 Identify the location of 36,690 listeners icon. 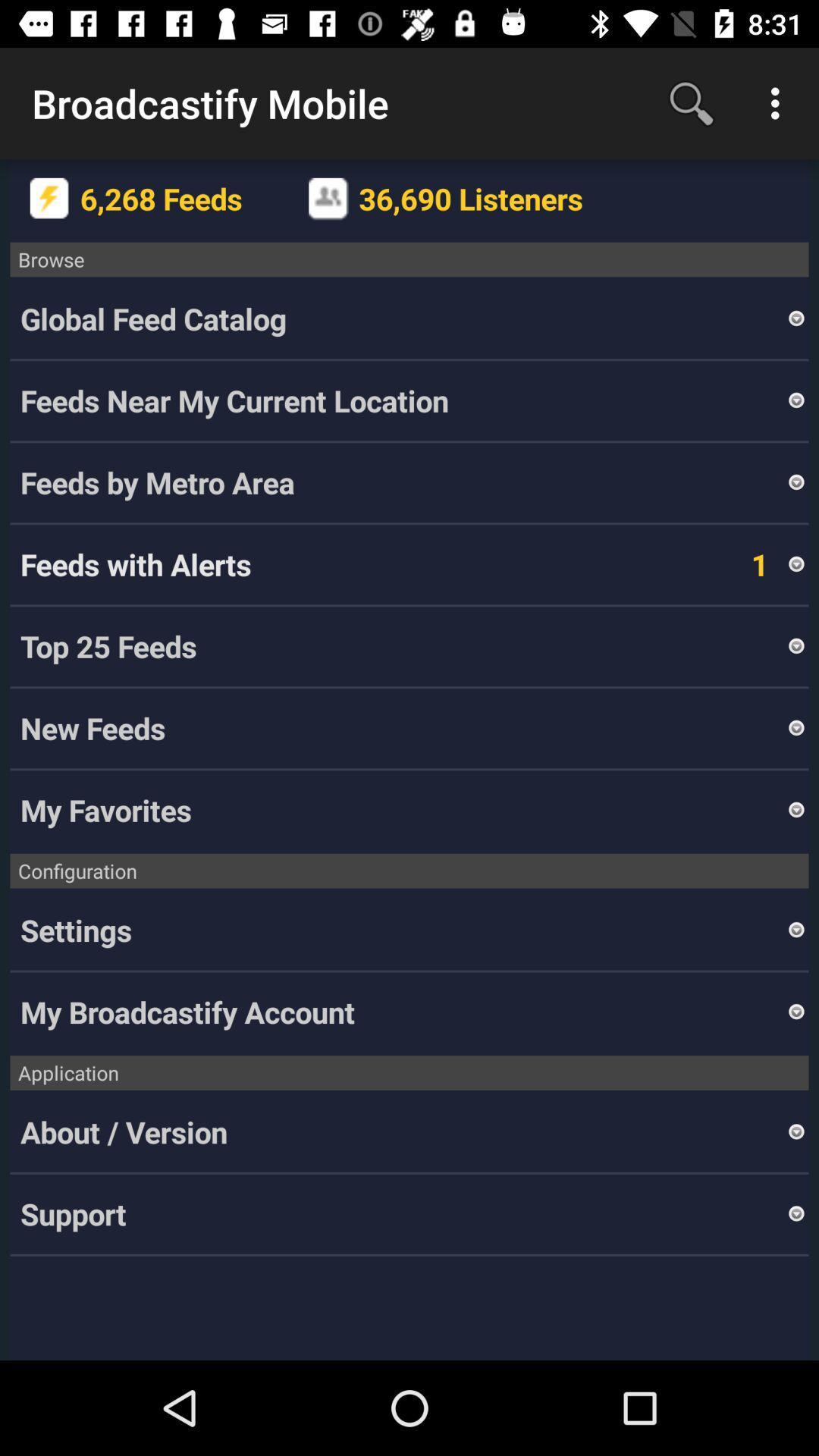
(483, 198).